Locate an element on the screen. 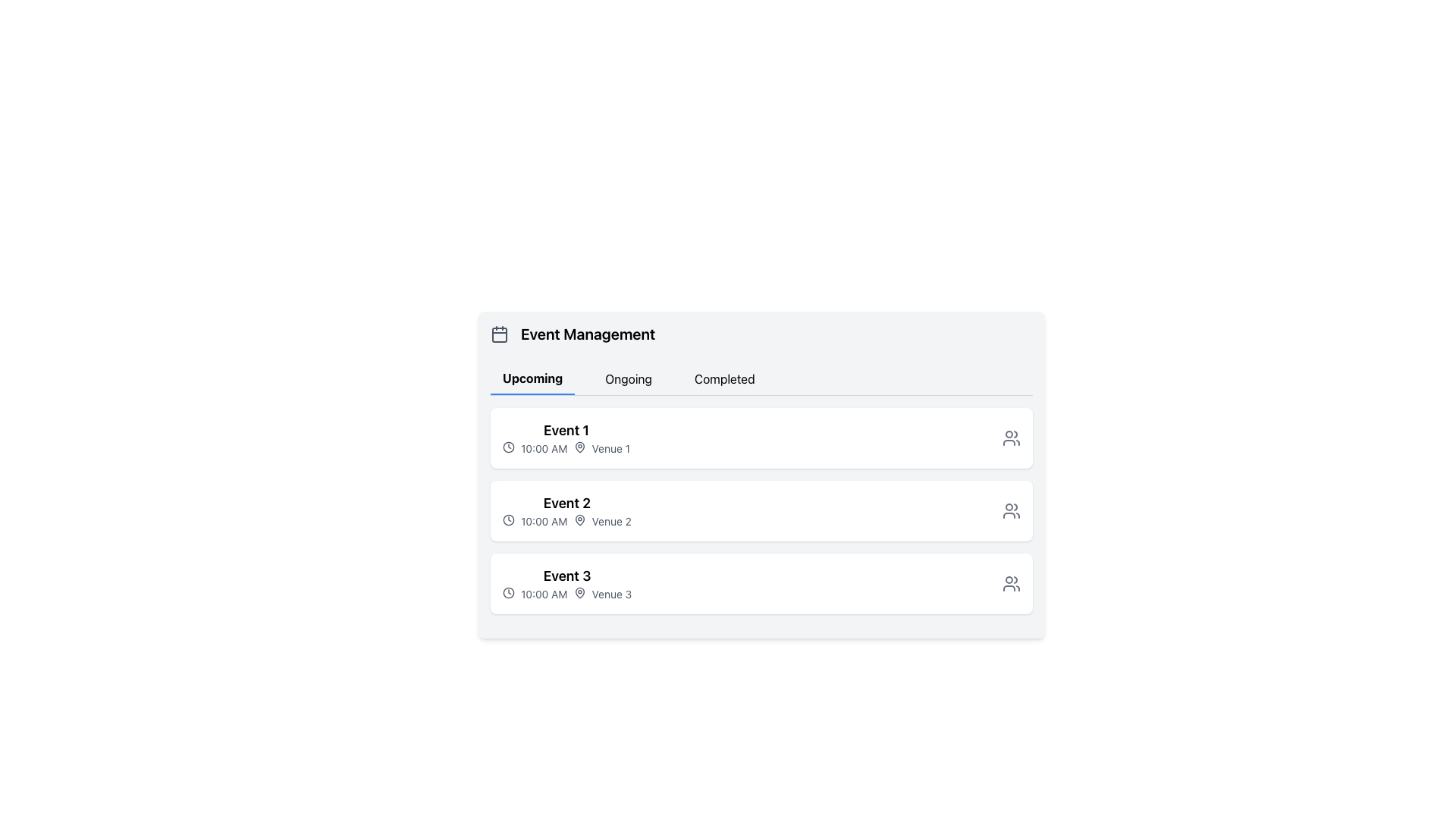  time and location details displayed in the Label element for 'Event 2', which shows '10:00 AM' and 'Venue 2' is located at coordinates (566, 520).